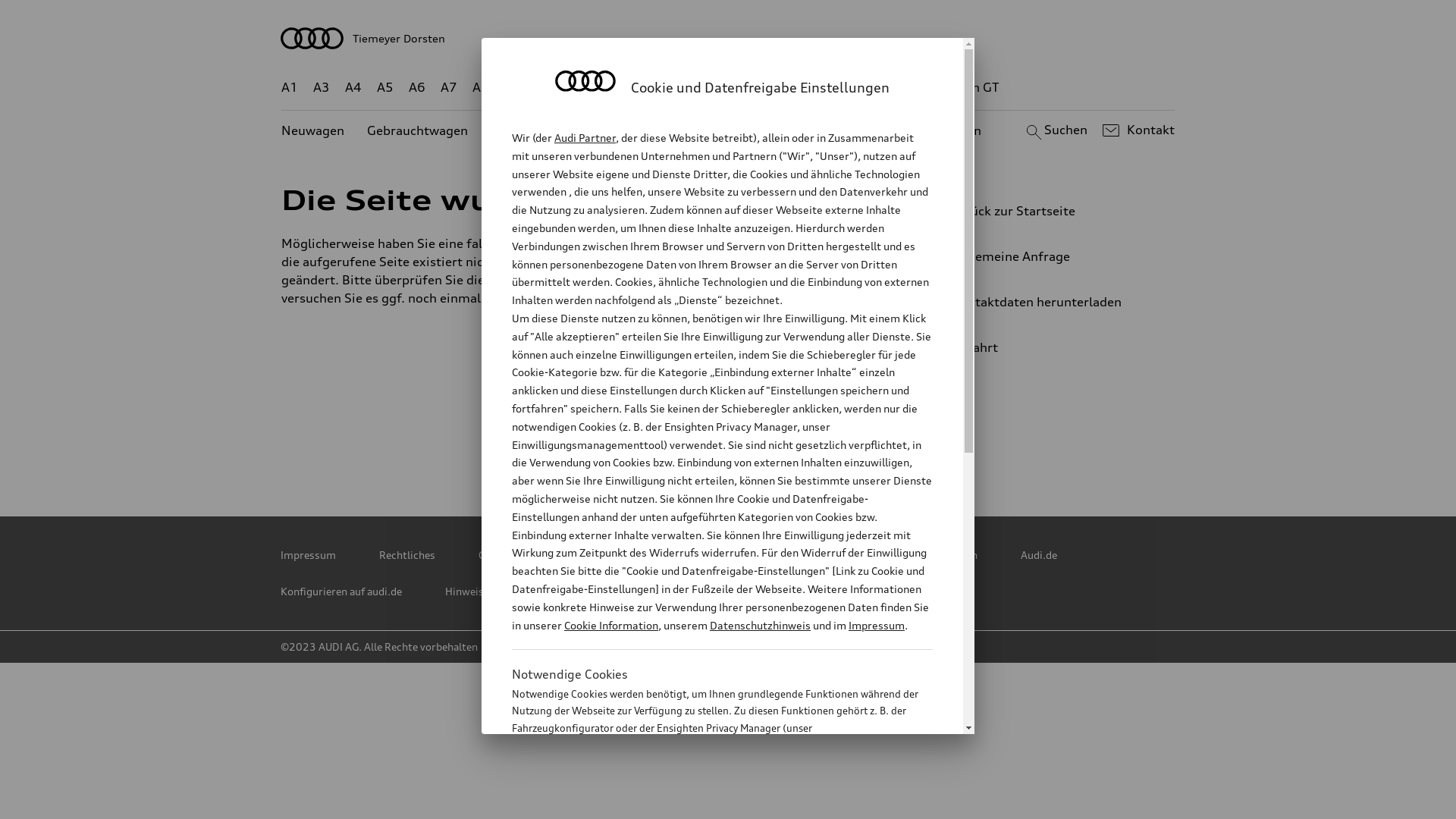 Image resolution: width=1456 pixels, height=819 pixels. I want to click on 'Q5', so click(651, 87).